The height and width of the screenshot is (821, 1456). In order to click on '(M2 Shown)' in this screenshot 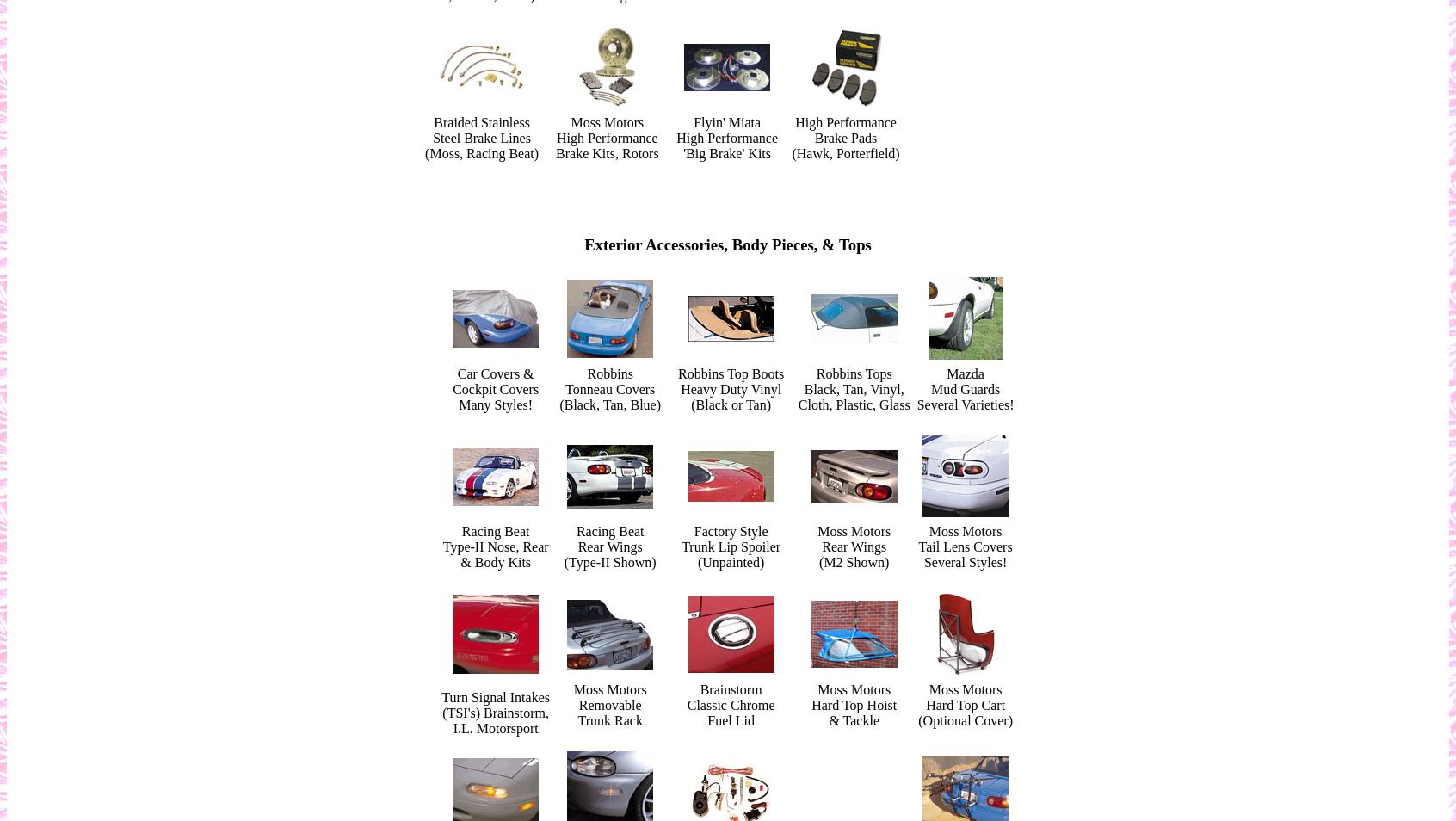, I will do `click(818, 561)`.